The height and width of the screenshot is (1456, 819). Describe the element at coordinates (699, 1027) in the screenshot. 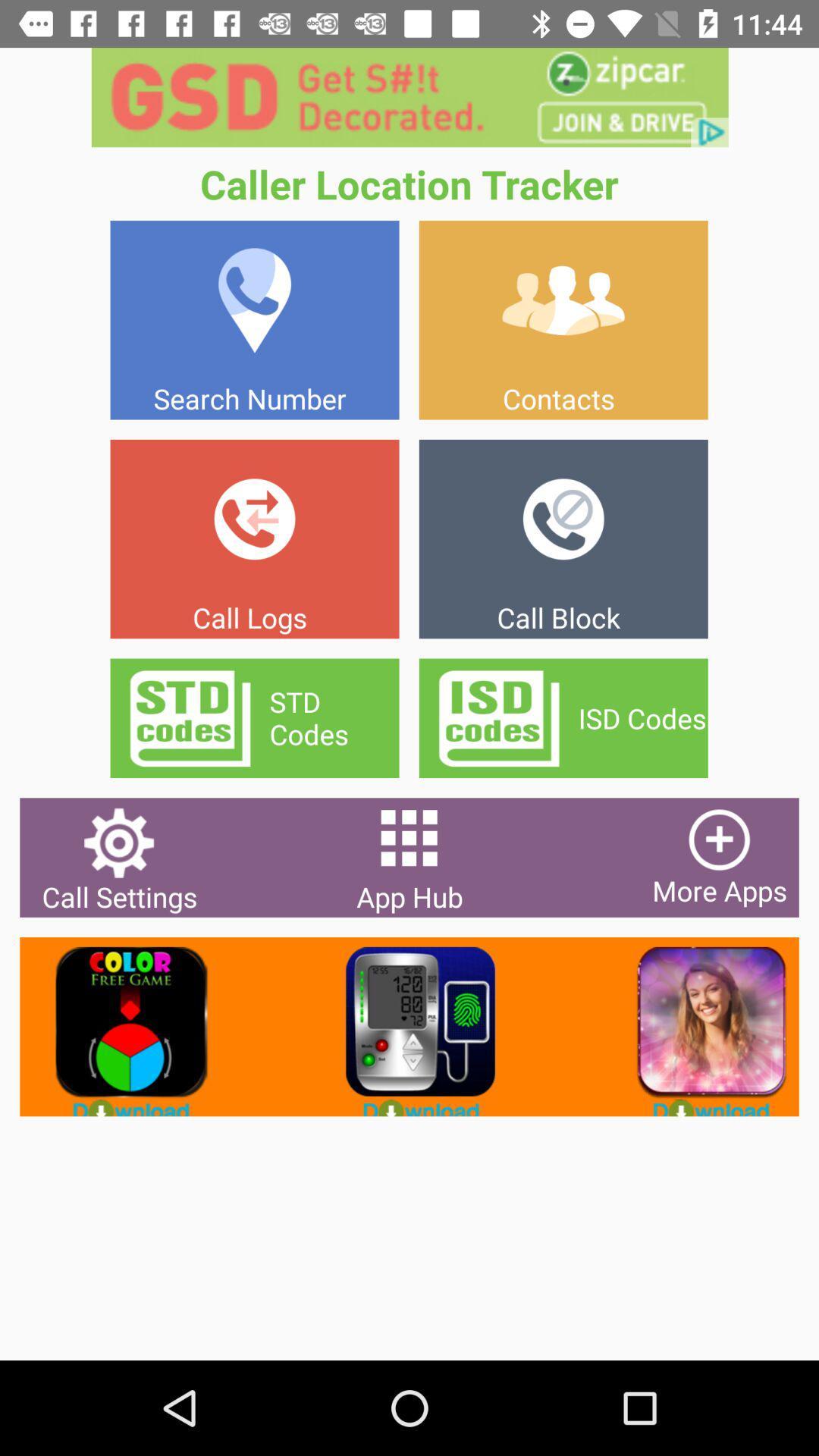

I see `download app` at that location.